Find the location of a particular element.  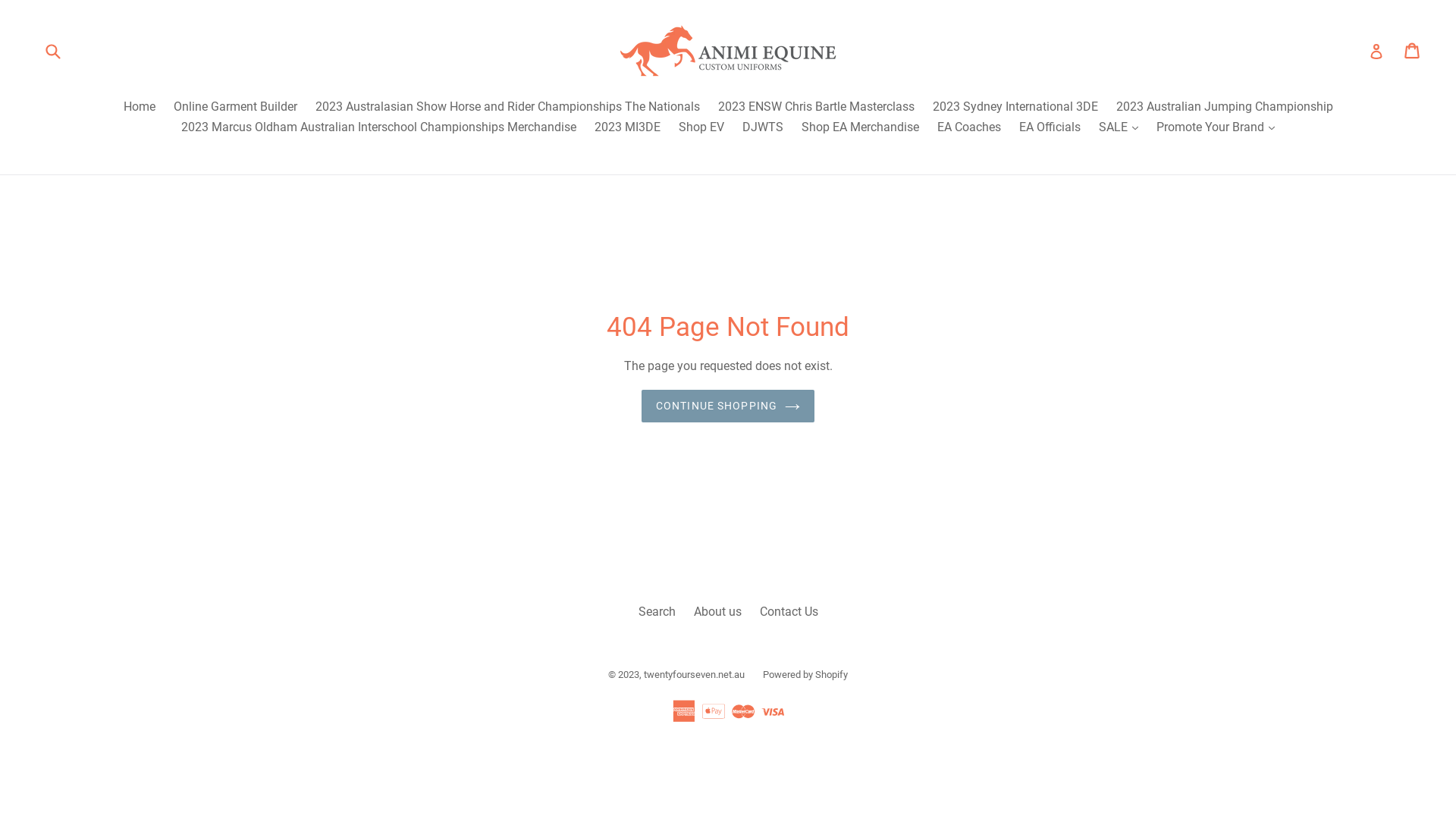

'DJWTS' is located at coordinates (763, 127).